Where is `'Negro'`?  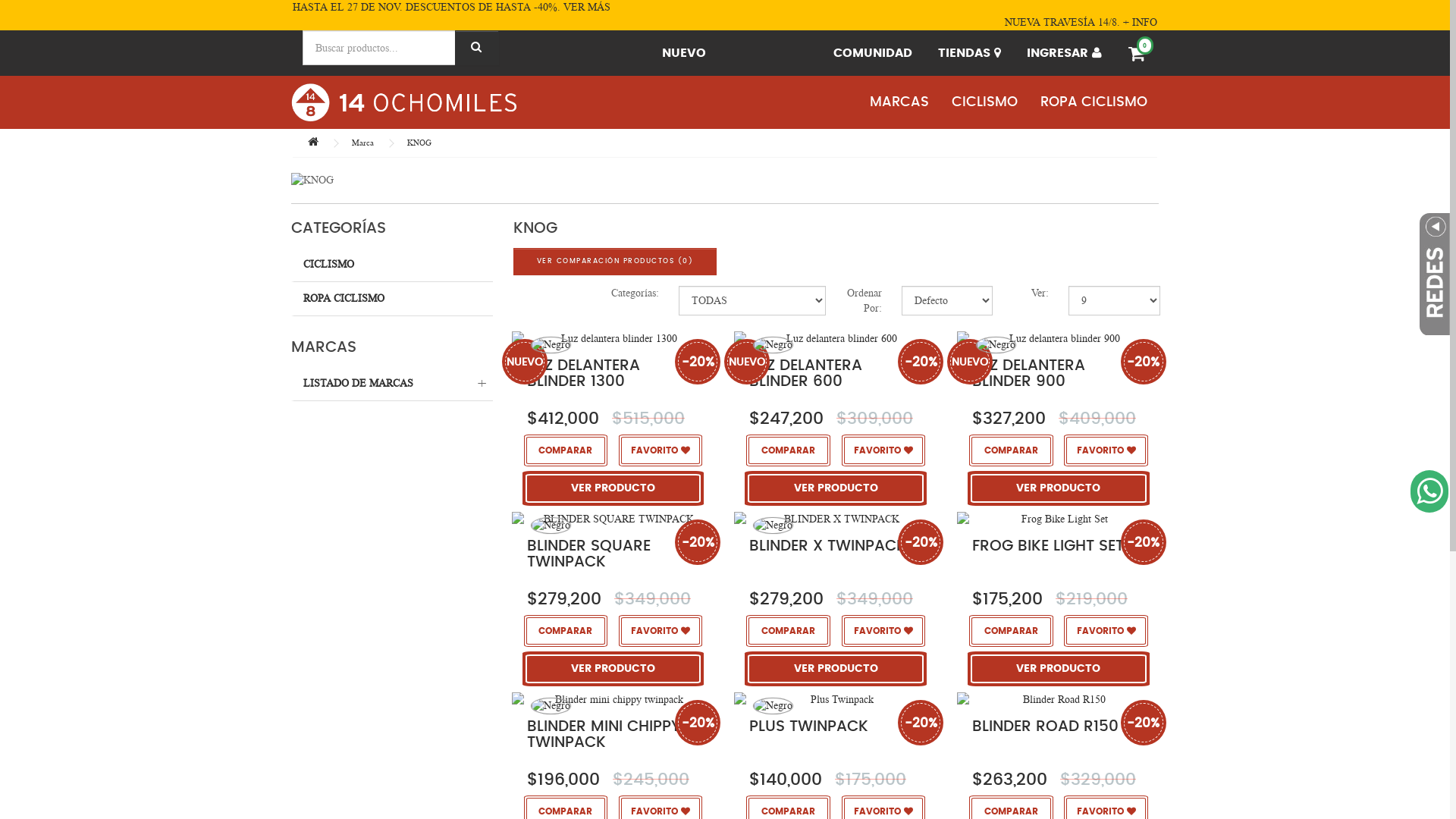 'Negro' is located at coordinates (531, 344).